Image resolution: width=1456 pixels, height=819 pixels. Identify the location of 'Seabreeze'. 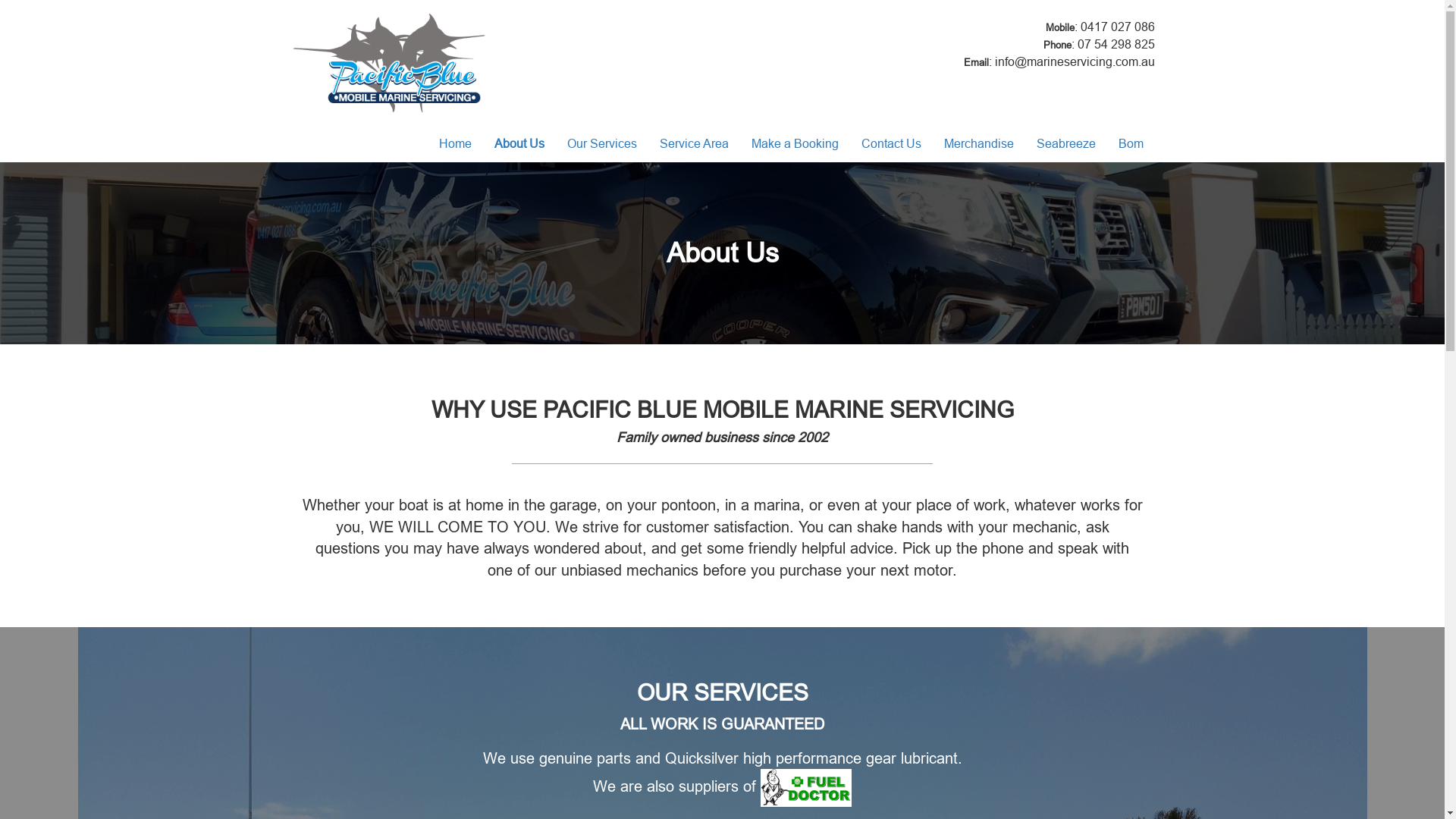
(1065, 143).